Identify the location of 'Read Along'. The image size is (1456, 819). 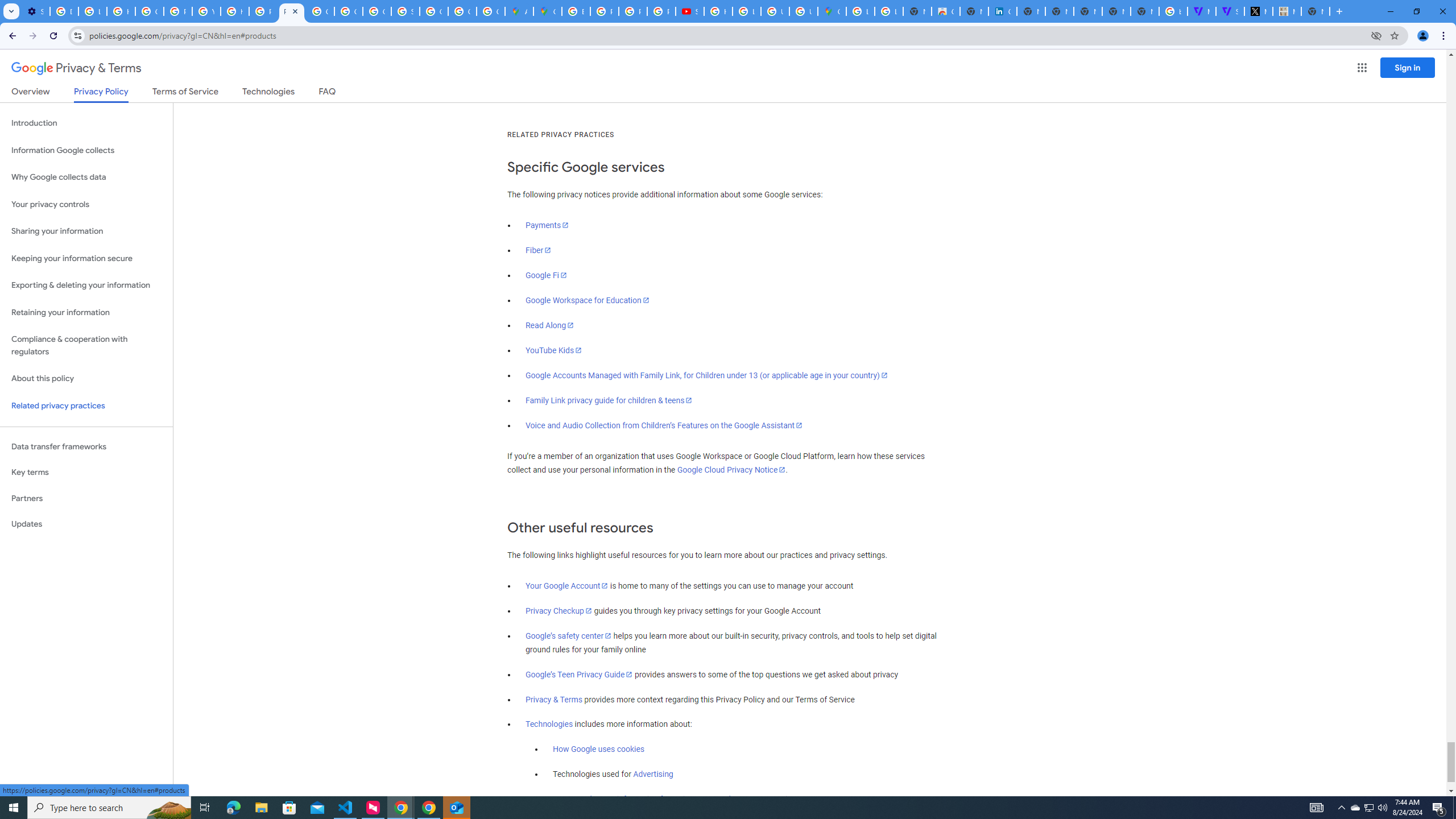
(549, 324).